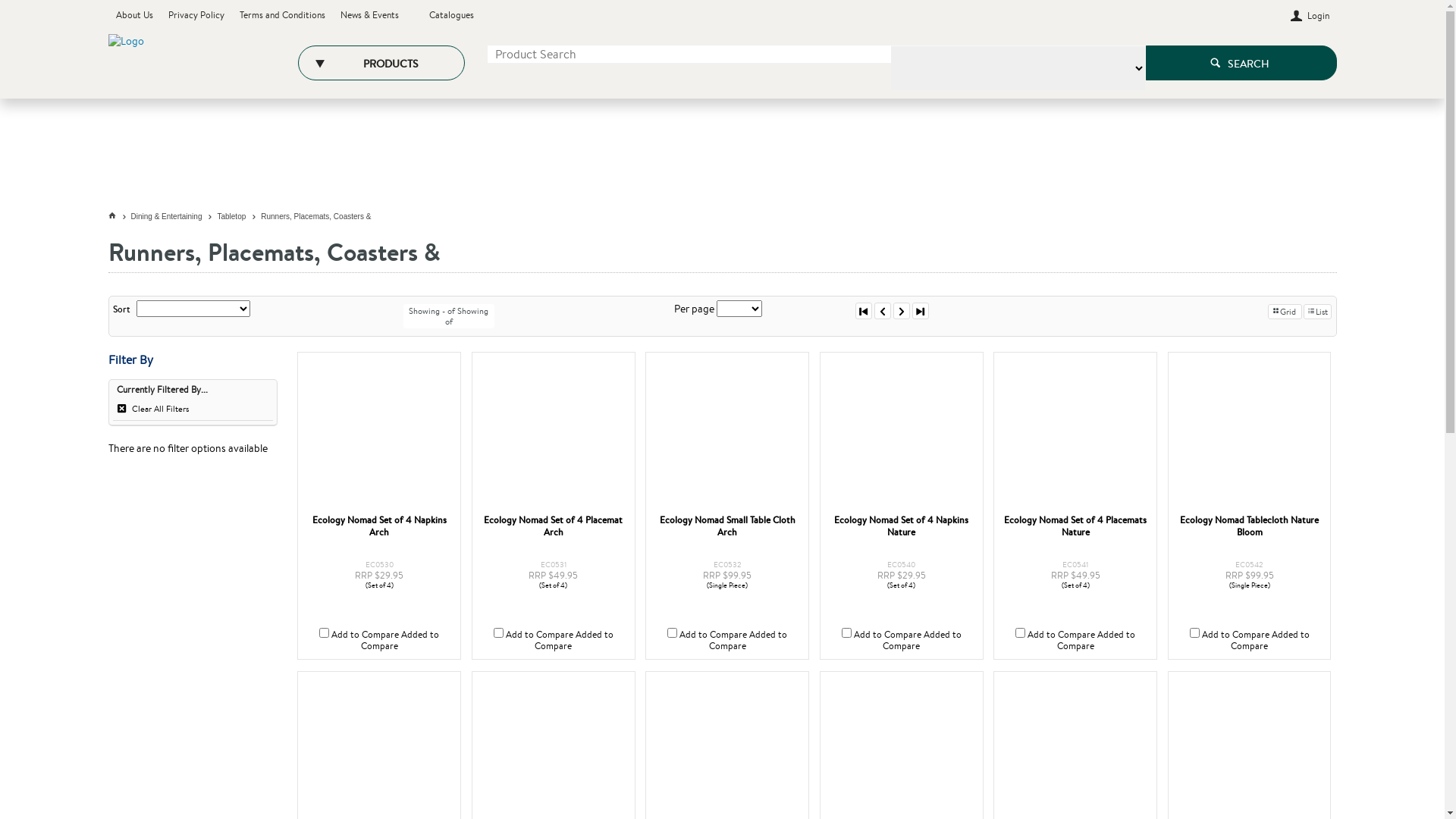 This screenshot has height=819, width=1456. What do you see at coordinates (174, 217) in the screenshot?
I see `'Dining & Entertaining'` at bounding box center [174, 217].